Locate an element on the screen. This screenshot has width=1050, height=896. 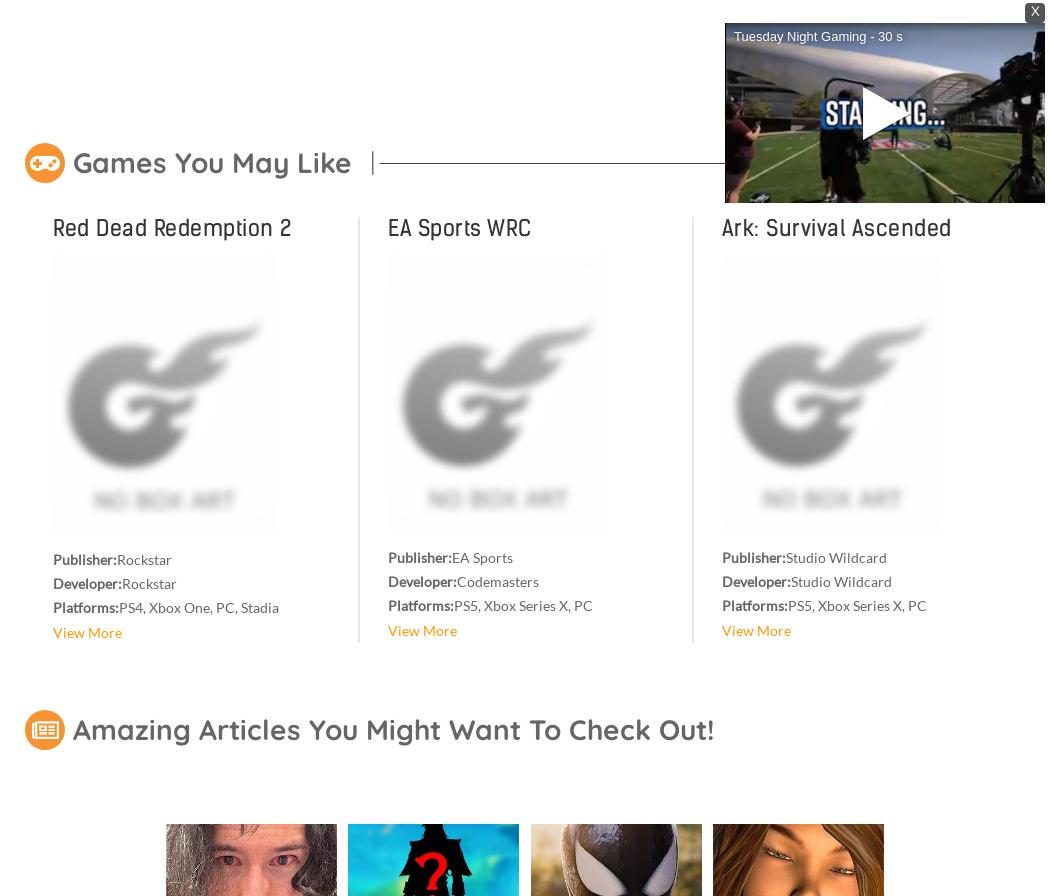
'00:30' is located at coordinates (829, 186).